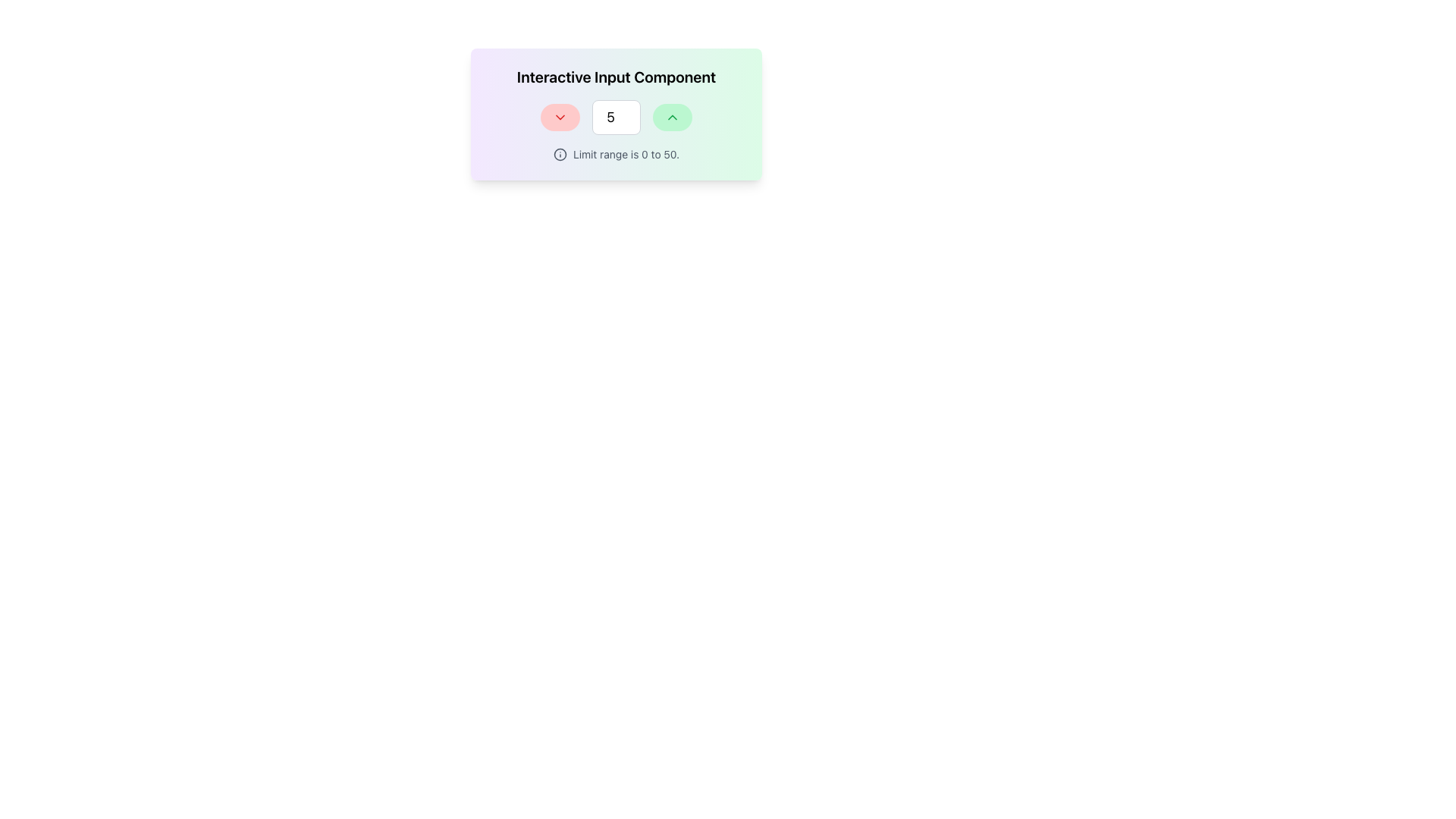 This screenshot has height=819, width=1456. Describe the element at coordinates (560, 155) in the screenshot. I see `the information indicator SVG icon located at the center left of the text 'Limit range is 0 to 50.'` at that location.